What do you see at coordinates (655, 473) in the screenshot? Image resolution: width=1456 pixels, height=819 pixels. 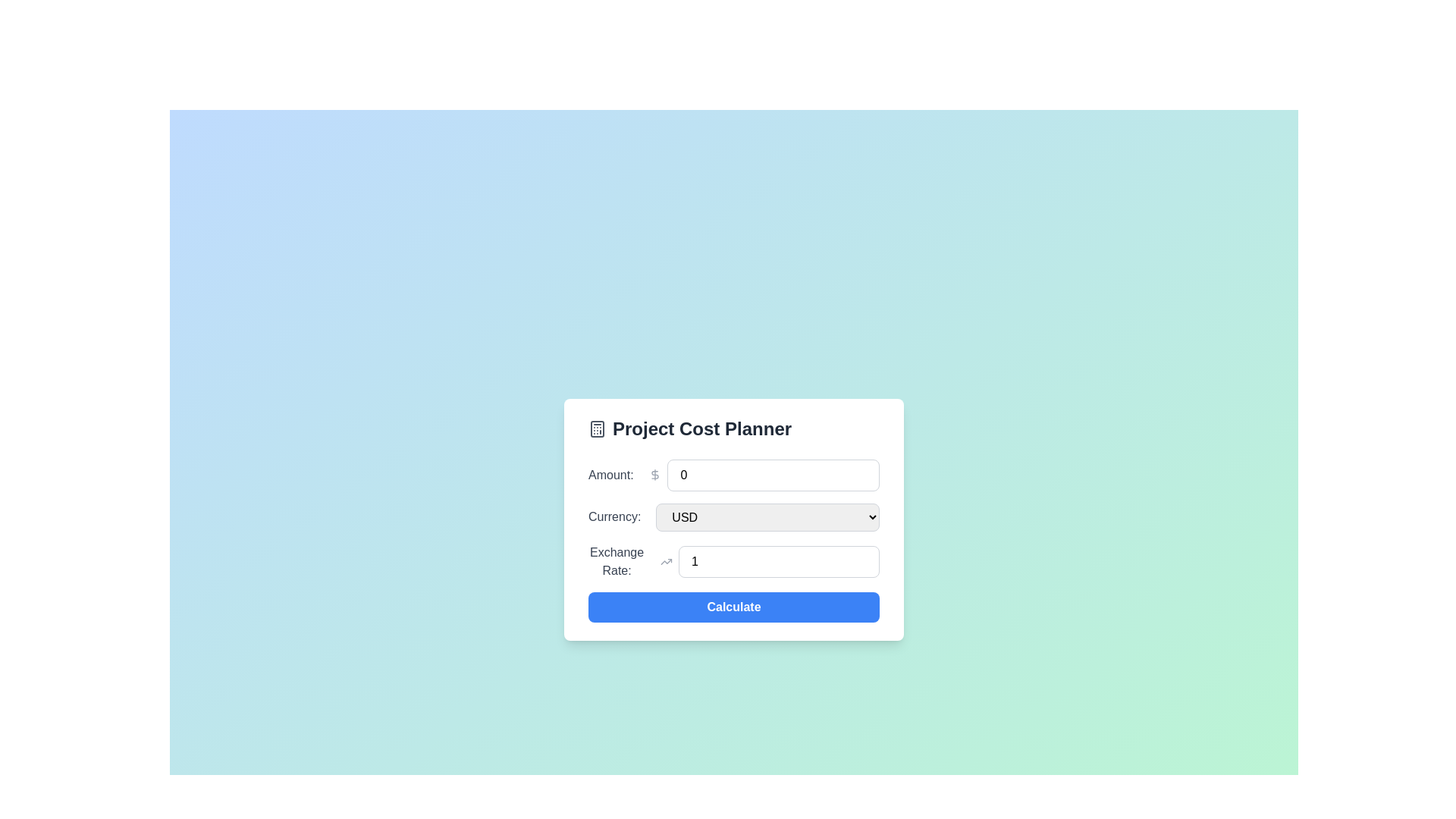 I see `the grayscale dollar sign SVG icon located to the left of the 'Amount:' input box` at bounding box center [655, 473].